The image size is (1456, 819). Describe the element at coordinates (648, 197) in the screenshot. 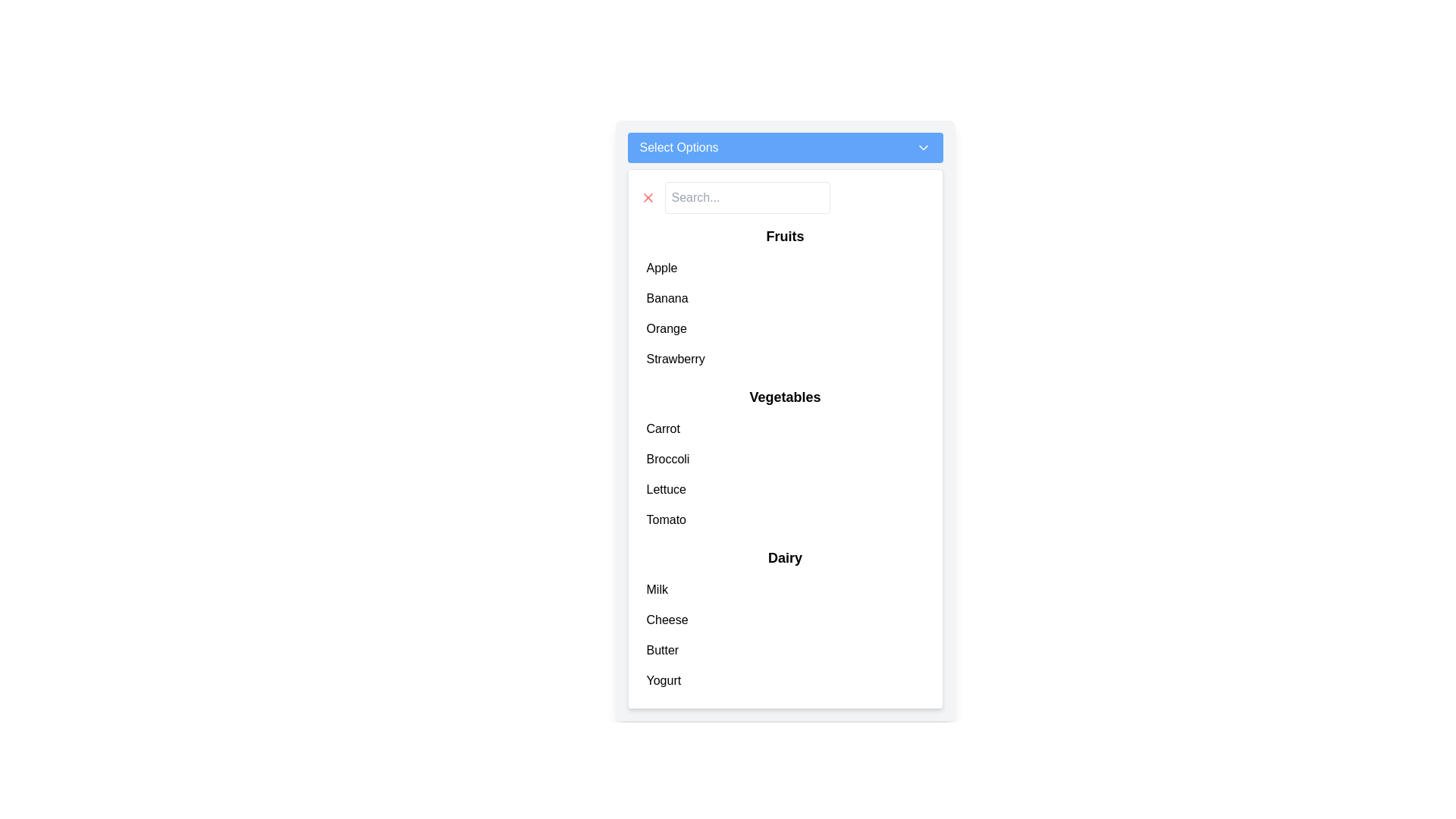

I see `the clear icon button located at the leftmost position of the horizontal row containing the search field` at that location.